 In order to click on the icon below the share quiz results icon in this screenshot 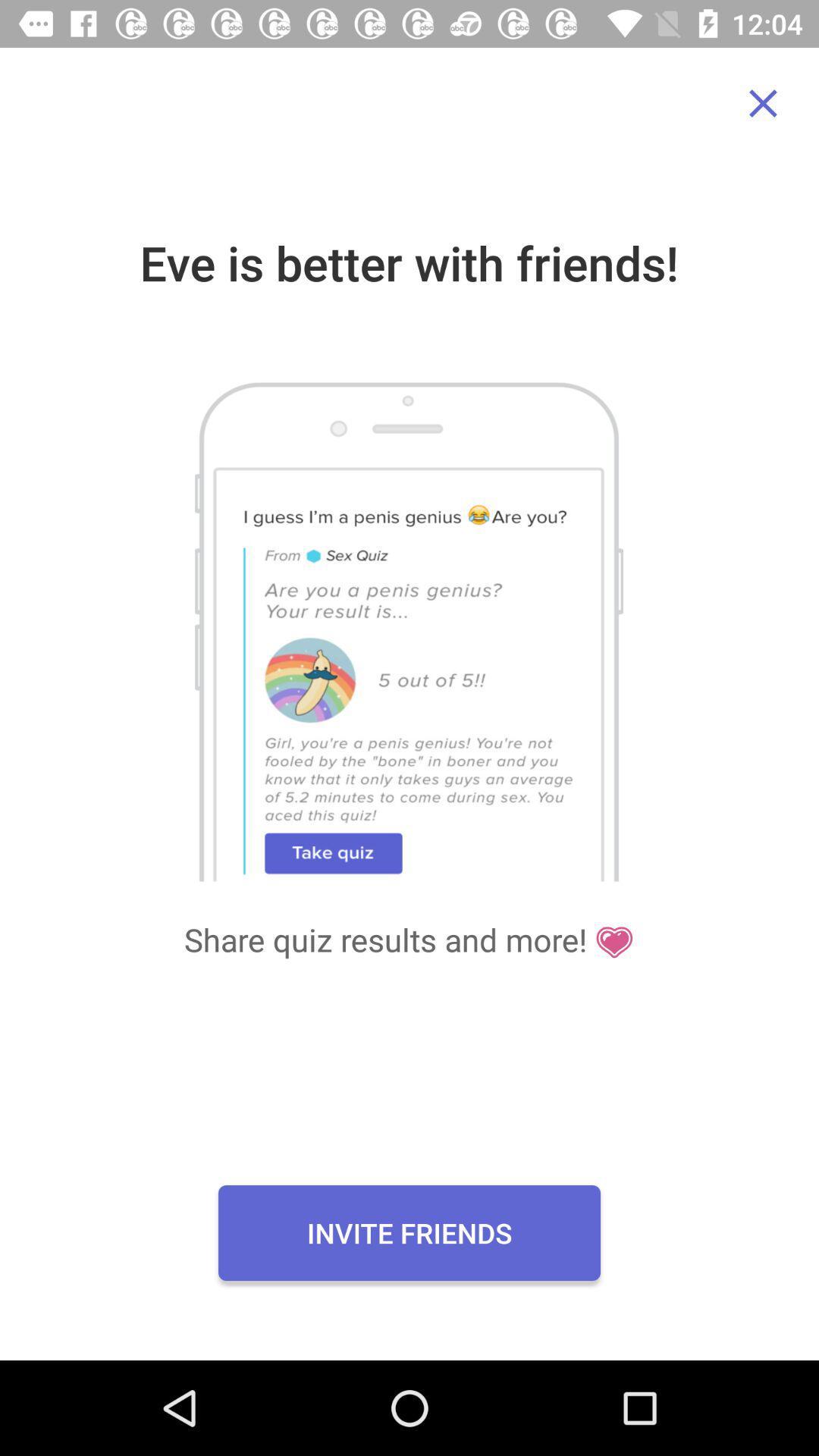, I will do `click(409, 1233)`.